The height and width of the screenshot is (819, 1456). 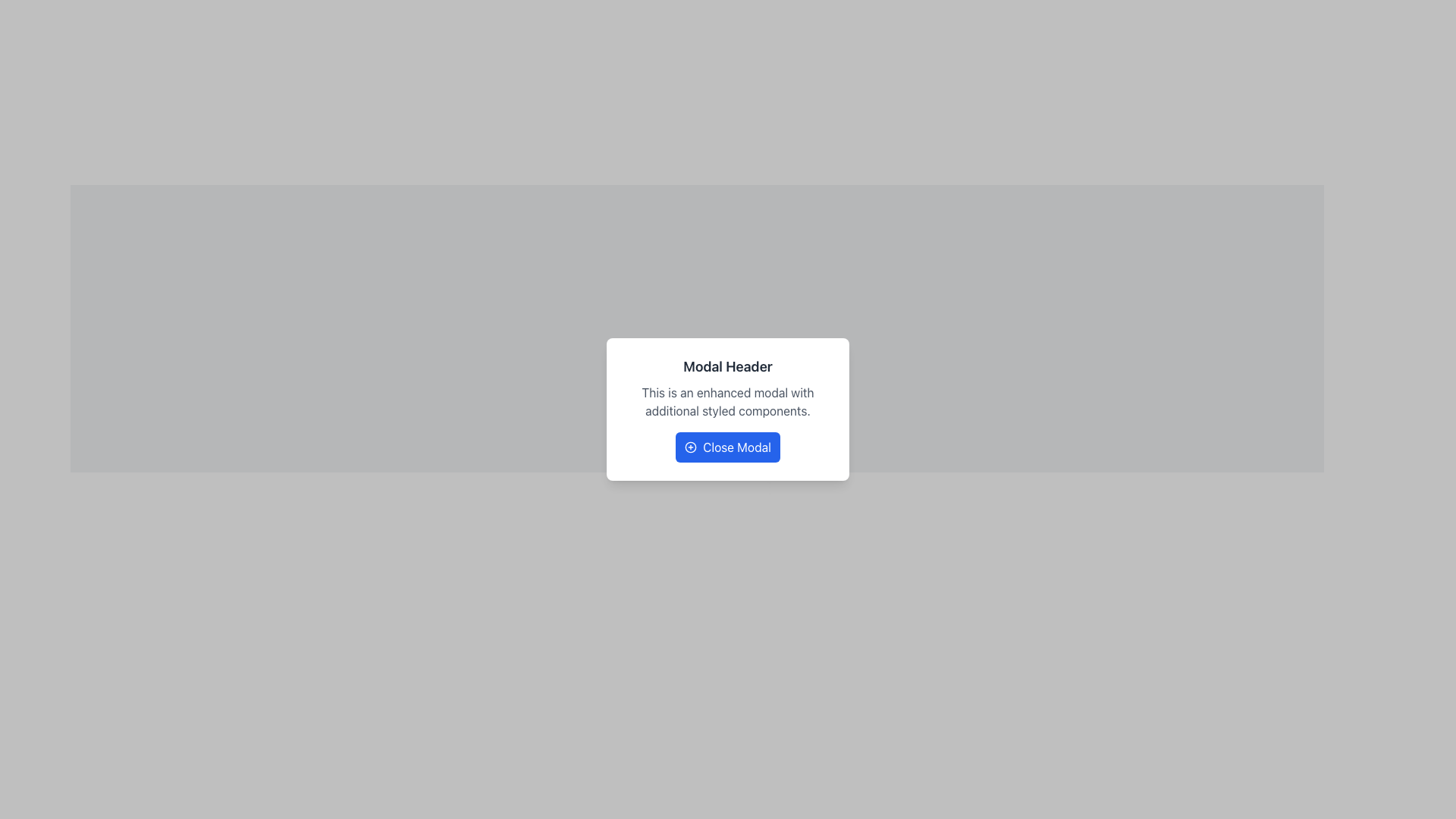 What do you see at coordinates (690, 447) in the screenshot?
I see `the circular icon with a plus sign, which is located to the left of the 'Close Modal' button` at bounding box center [690, 447].